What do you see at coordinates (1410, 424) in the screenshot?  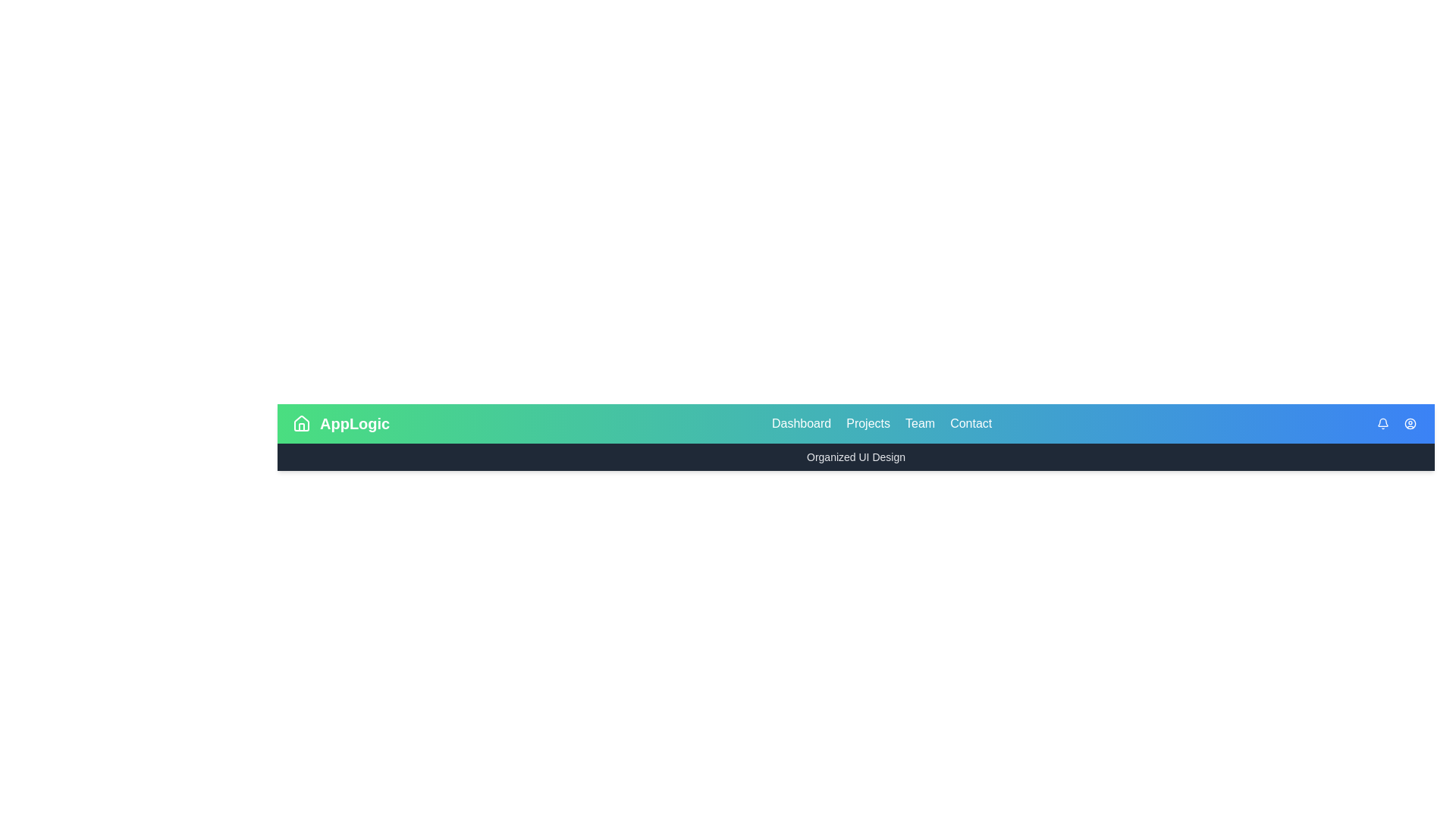 I see `the utility icon user_circle` at bounding box center [1410, 424].